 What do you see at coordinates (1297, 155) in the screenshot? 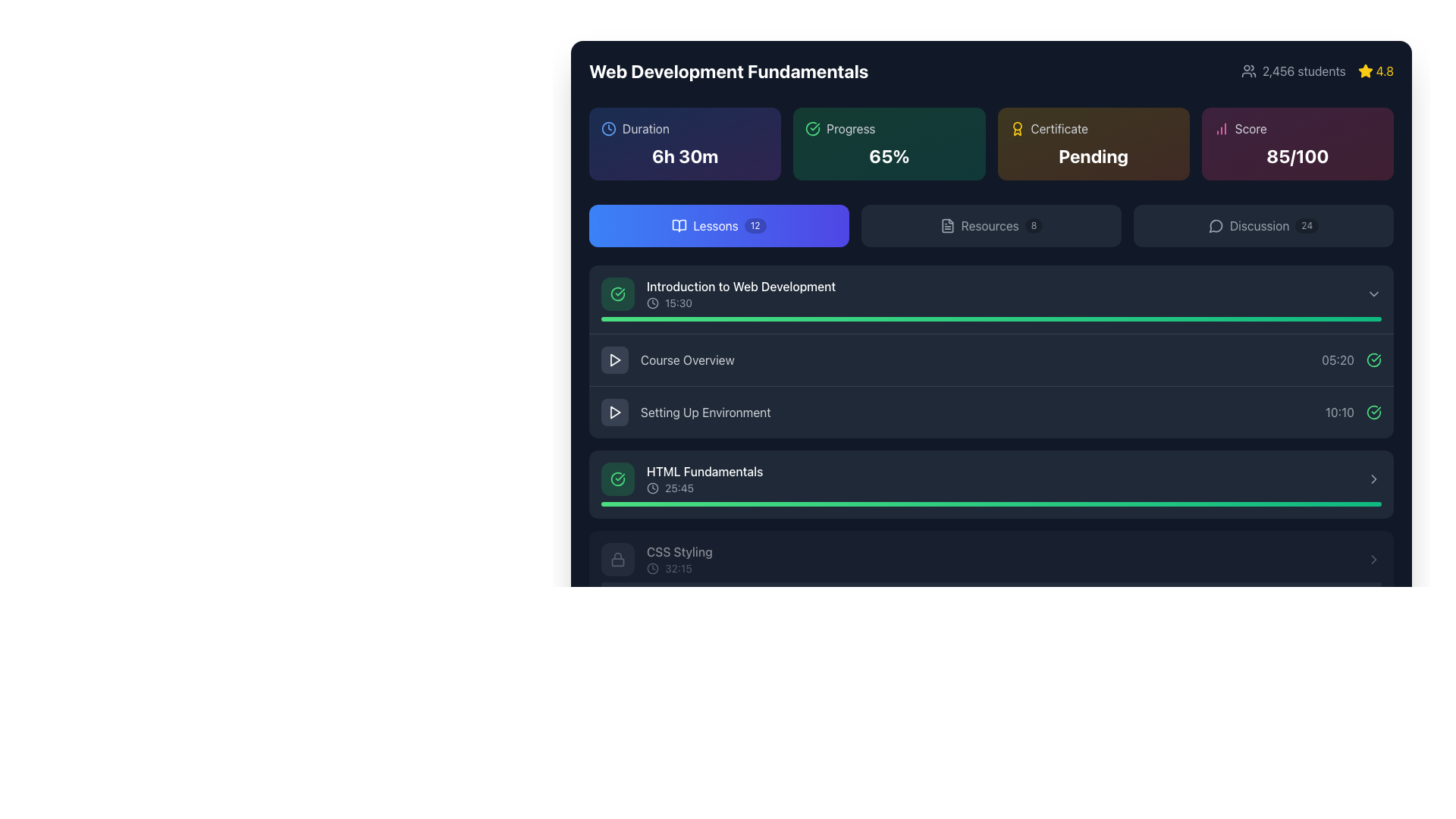
I see `the Text Display showing '85/100' in bold white text over a dark purple background, located in the top-right section of the interface within the 'Score' card` at bounding box center [1297, 155].